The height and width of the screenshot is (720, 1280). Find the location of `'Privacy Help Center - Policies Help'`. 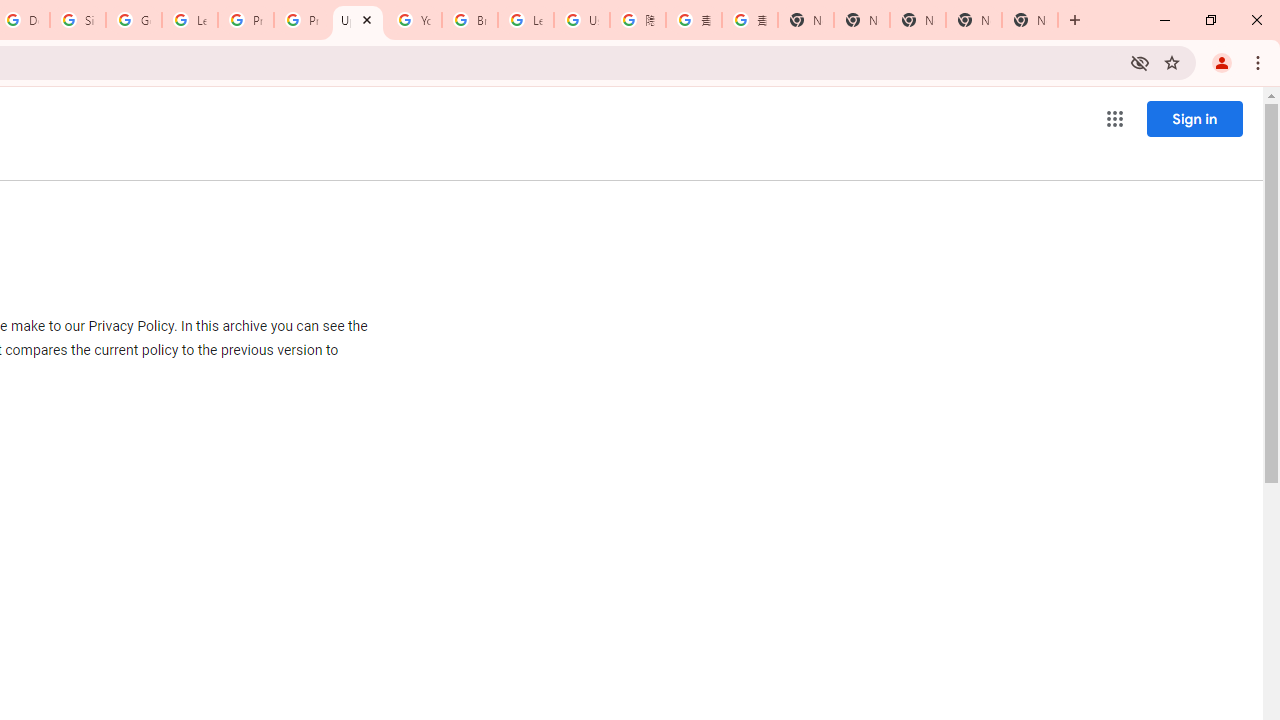

'Privacy Help Center - Policies Help' is located at coordinates (244, 20).